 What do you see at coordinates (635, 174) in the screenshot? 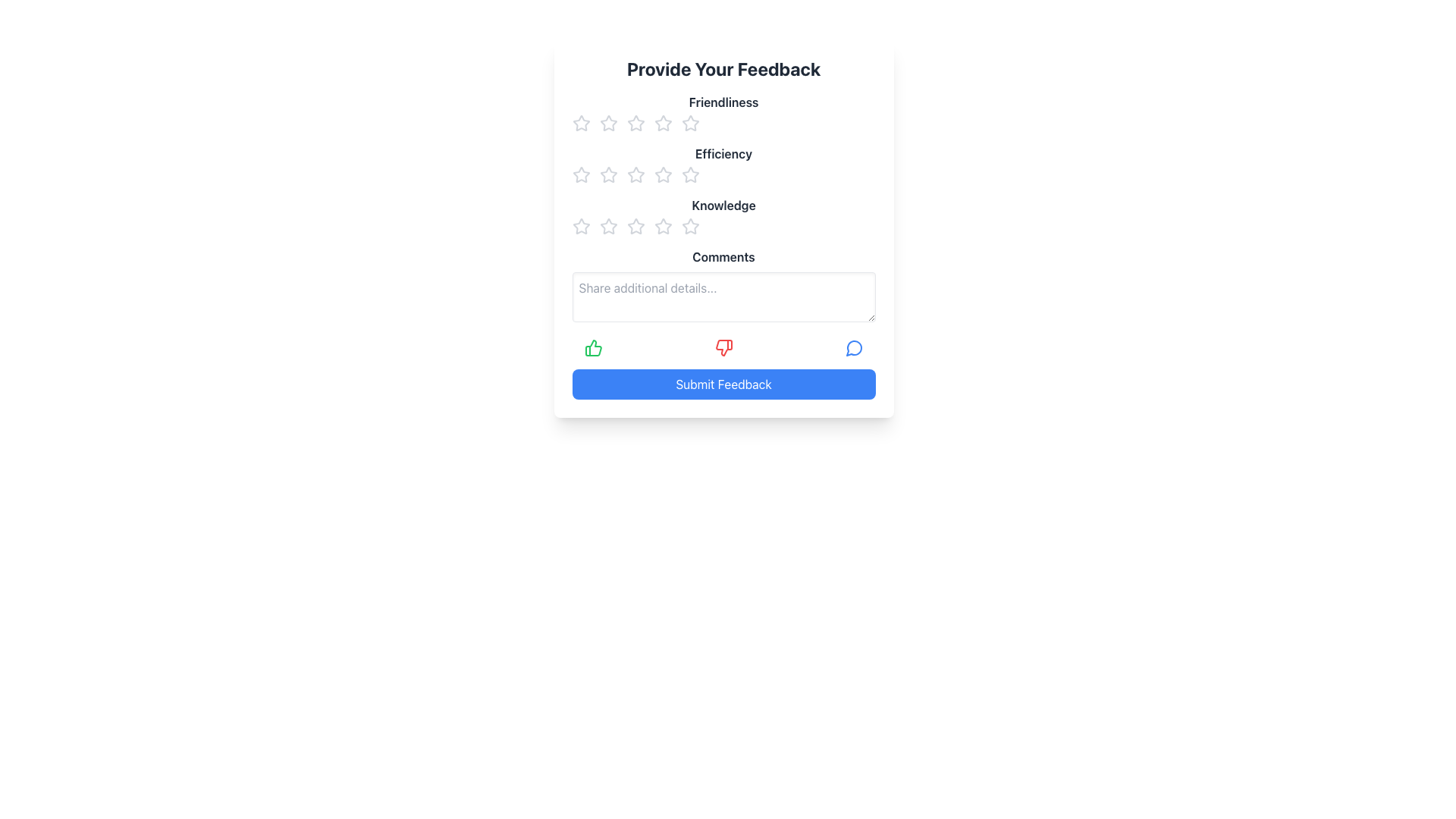
I see `the second star in the Efficiency row of the feedback form` at bounding box center [635, 174].